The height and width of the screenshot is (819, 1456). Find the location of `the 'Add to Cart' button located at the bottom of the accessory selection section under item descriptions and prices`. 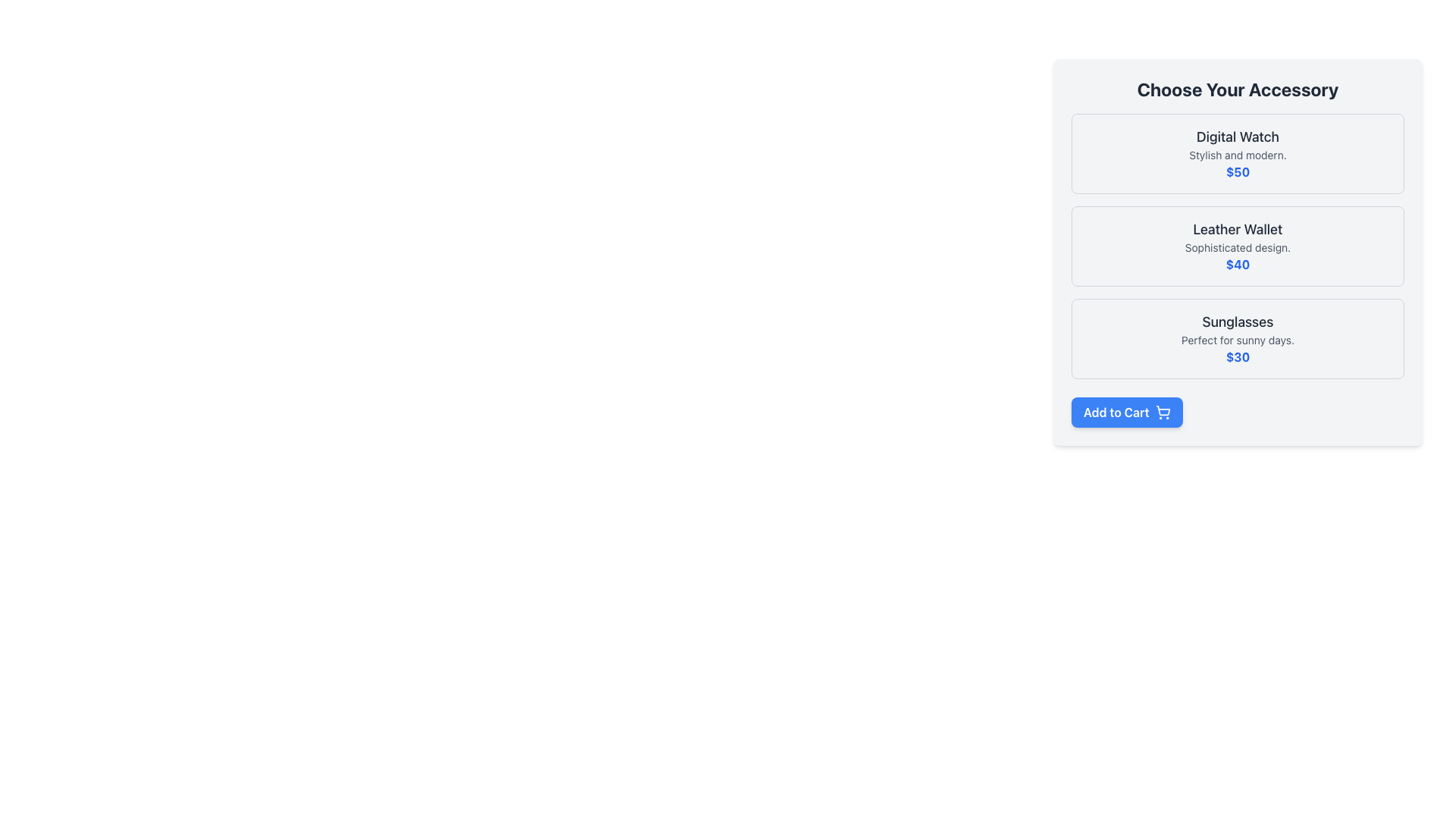

the 'Add to Cart' button located at the bottom of the accessory selection section under item descriptions and prices is located at coordinates (1127, 412).